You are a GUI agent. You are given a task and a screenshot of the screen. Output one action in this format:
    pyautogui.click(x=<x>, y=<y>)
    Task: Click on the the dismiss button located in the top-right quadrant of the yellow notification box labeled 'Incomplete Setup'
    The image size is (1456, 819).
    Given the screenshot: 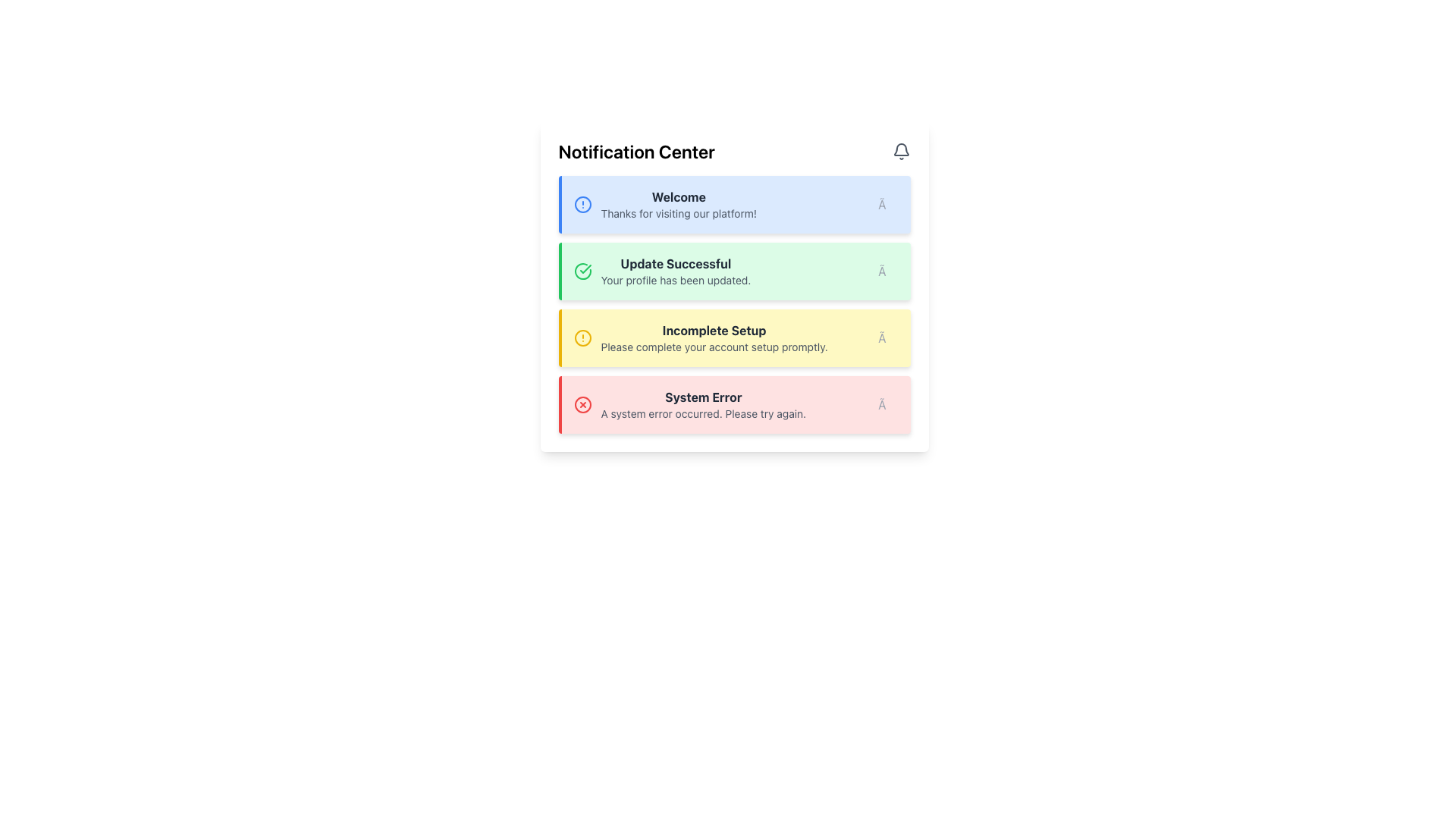 What is the action you would take?
    pyautogui.click(x=888, y=337)
    